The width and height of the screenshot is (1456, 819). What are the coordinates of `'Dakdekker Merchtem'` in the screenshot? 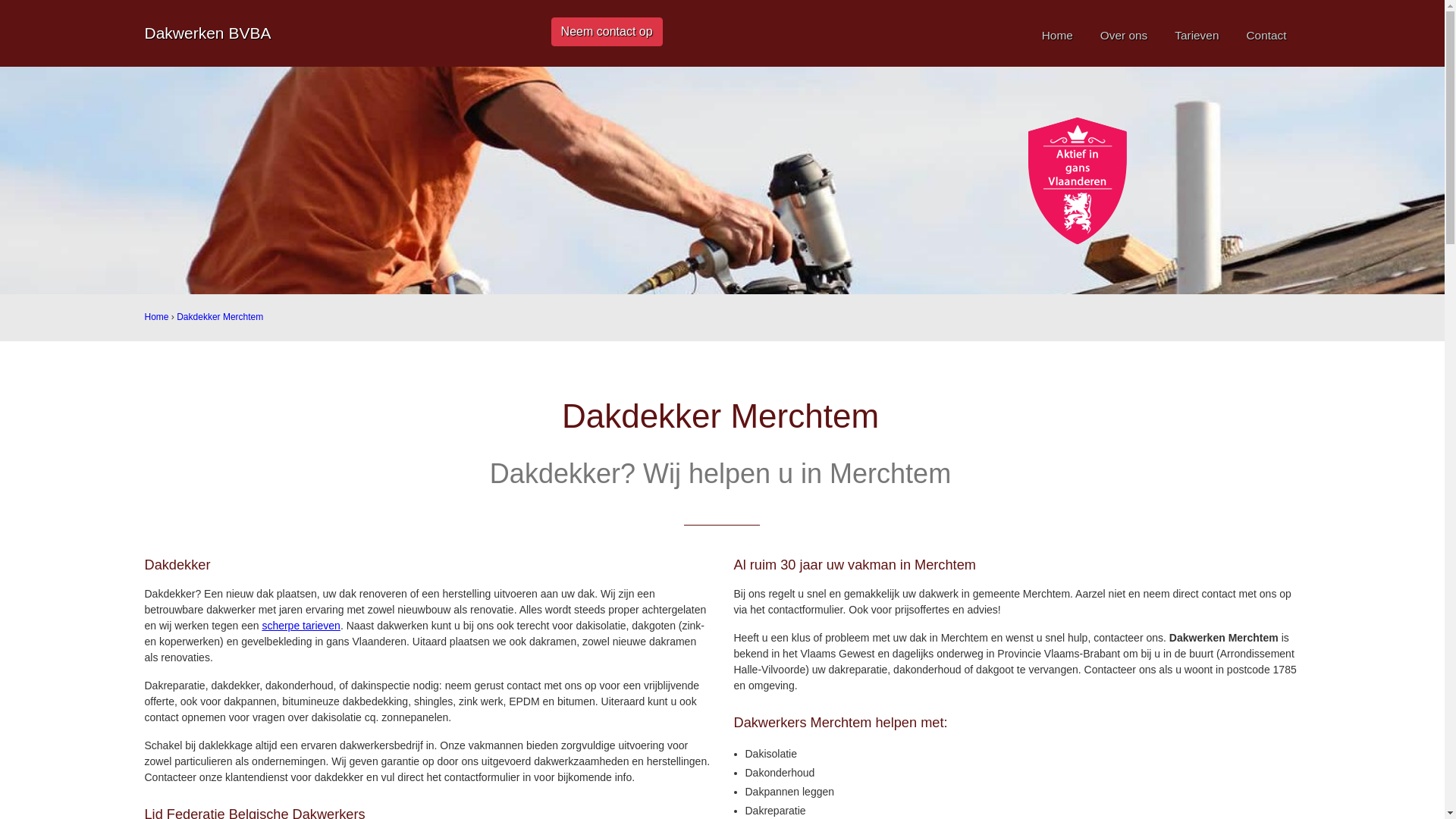 It's located at (177, 315).